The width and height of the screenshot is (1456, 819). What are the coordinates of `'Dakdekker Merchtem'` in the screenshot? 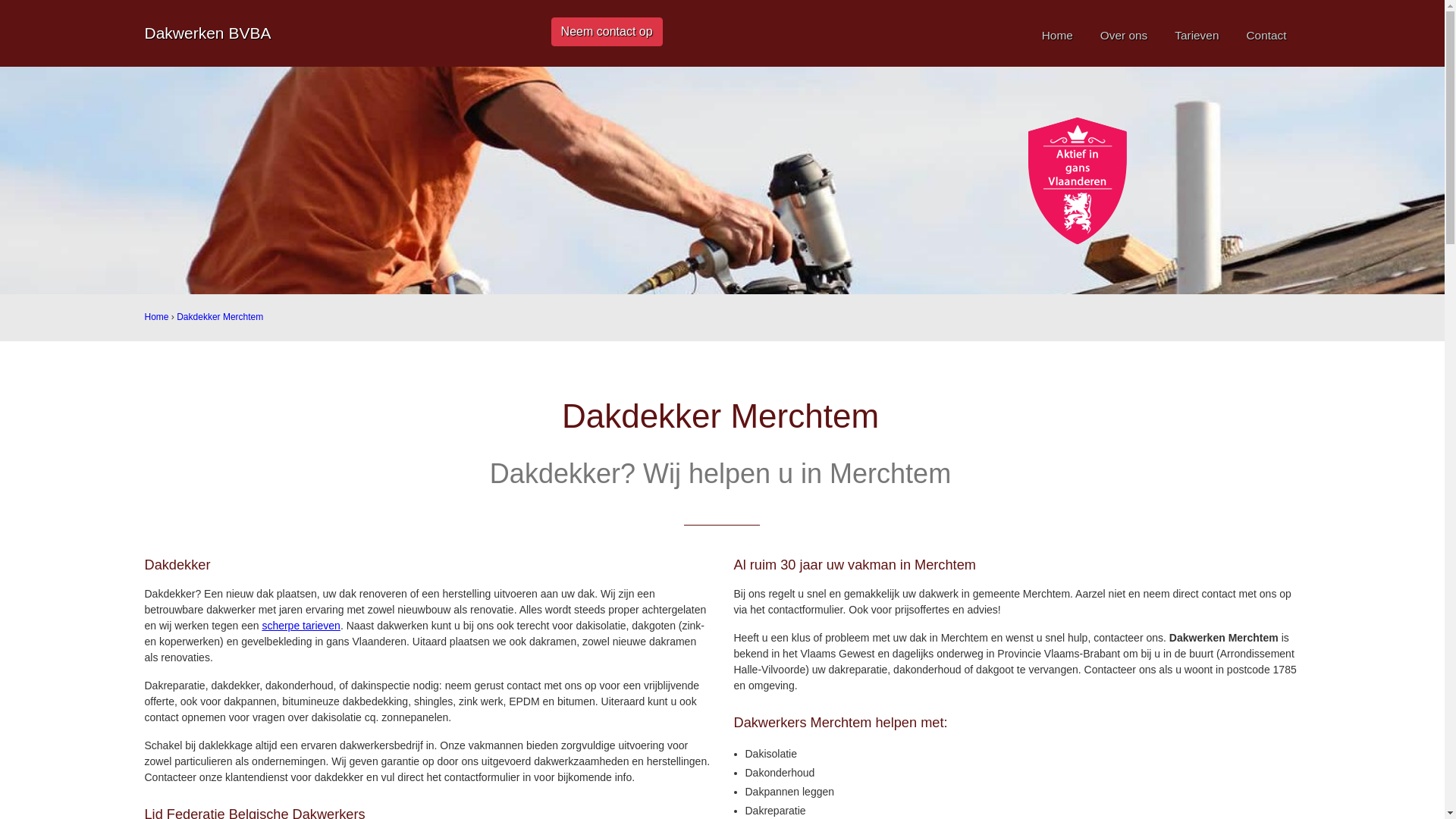 It's located at (177, 315).